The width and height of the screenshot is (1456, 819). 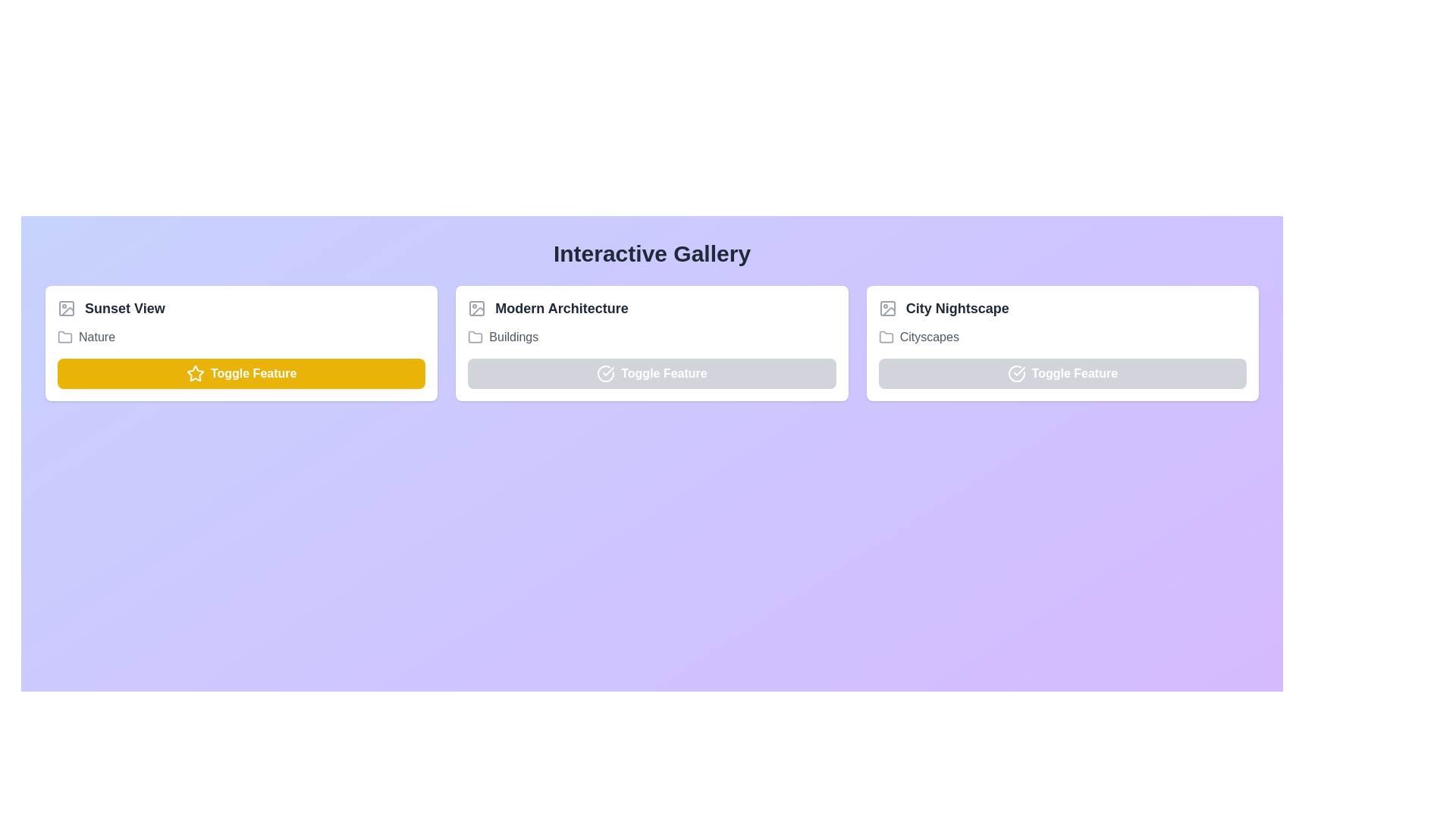 What do you see at coordinates (240, 374) in the screenshot?
I see `the vibrant yellow 'Toggle Feature' button with white text and a star icon located in the first card titled 'Sunset View'` at bounding box center [240, 374].